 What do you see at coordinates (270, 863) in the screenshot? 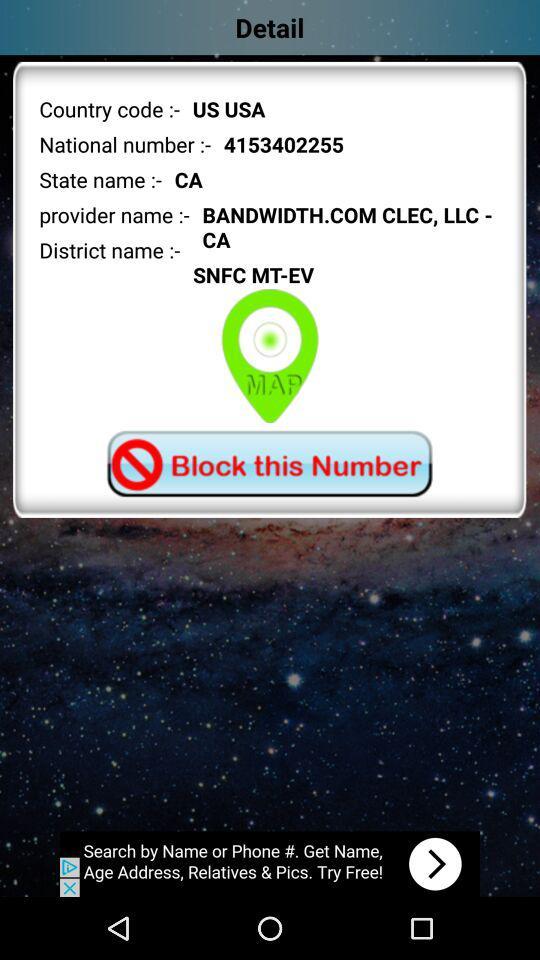
I see `this is an advertisement you can close it in the bottom left corner` at bounding box center [270, 863].